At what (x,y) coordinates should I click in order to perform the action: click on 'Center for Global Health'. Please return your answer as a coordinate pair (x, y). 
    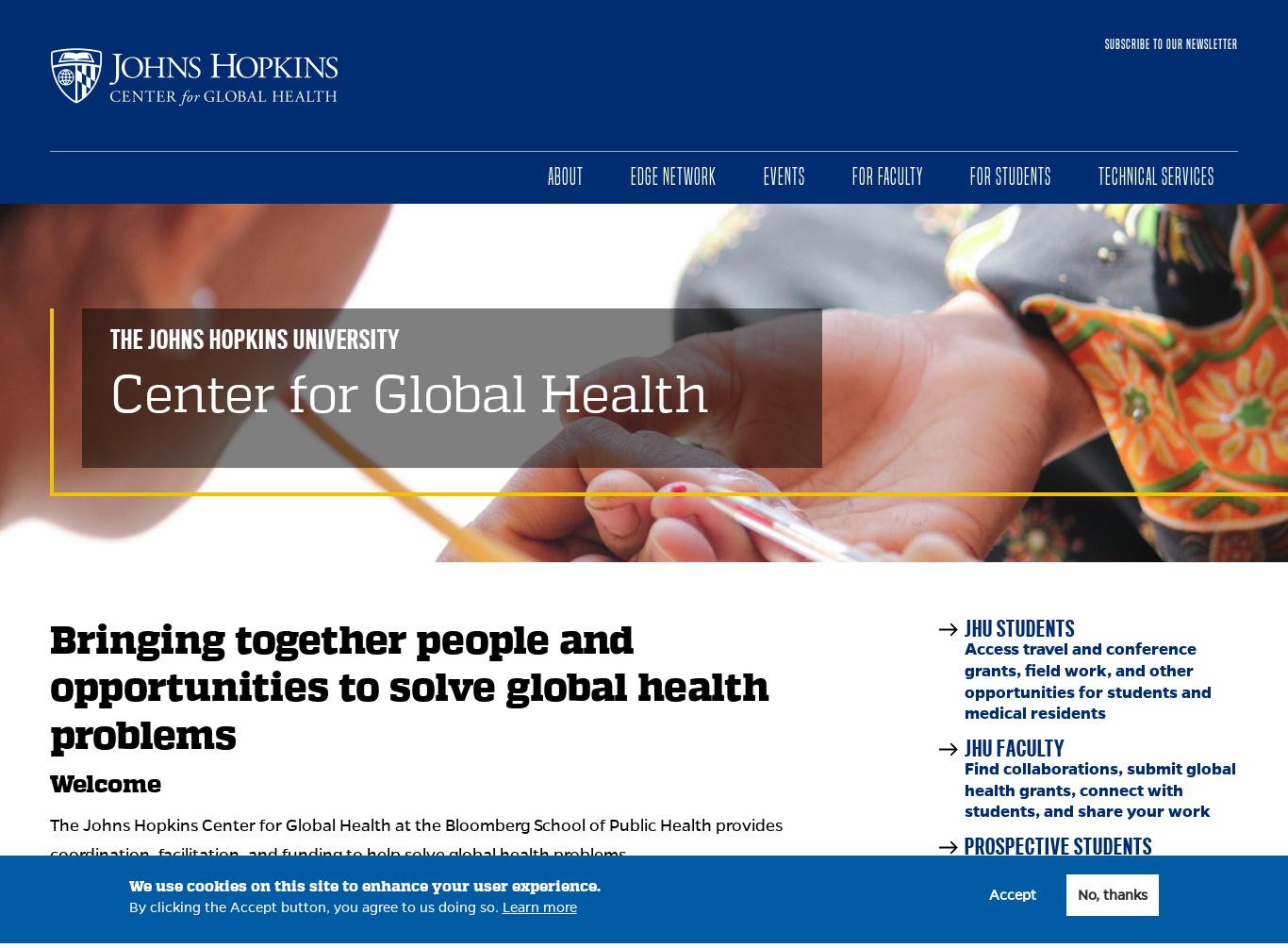
    Looking at the image, I should click on (109, 396).